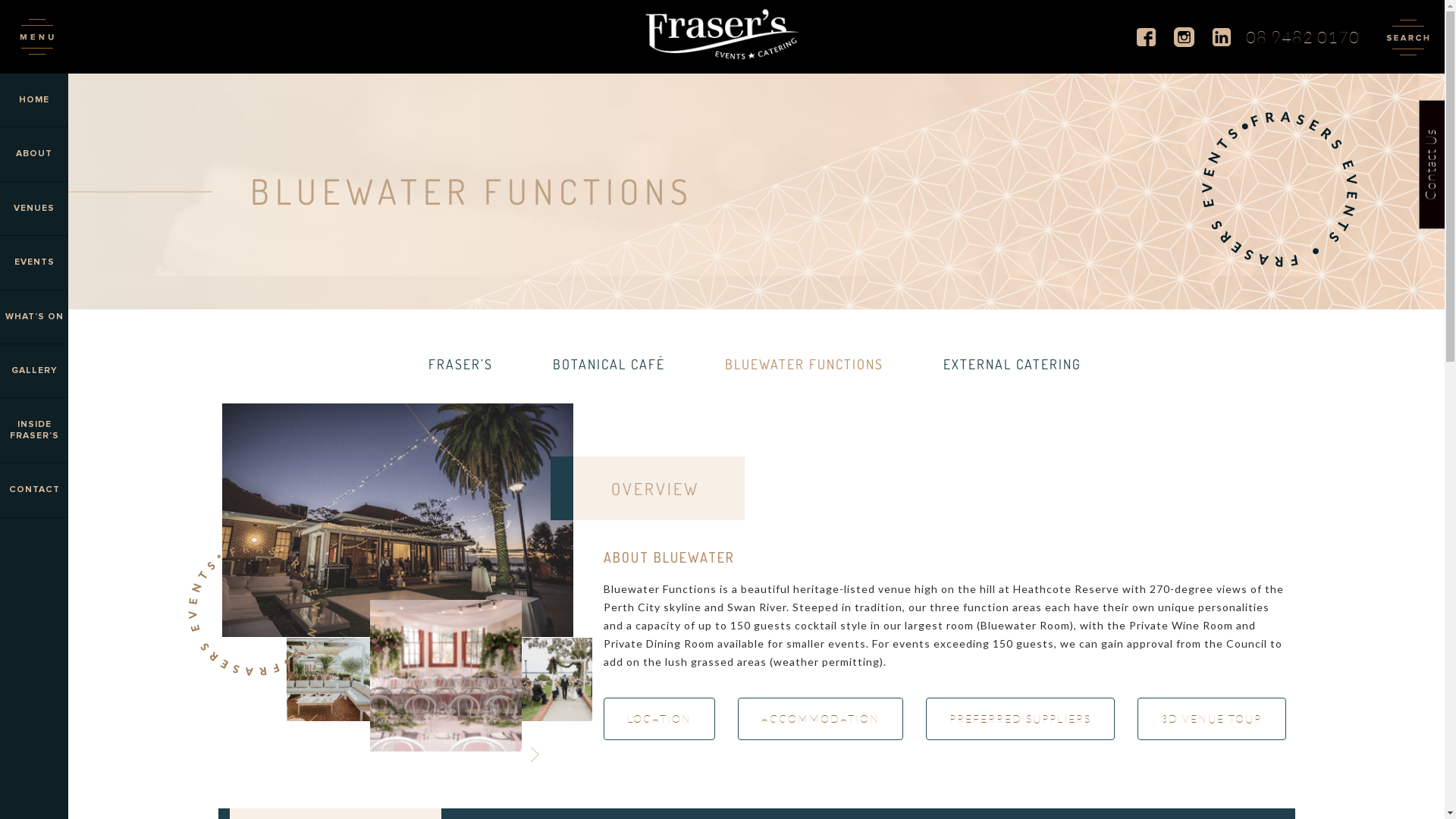  Describe the element at coordinates (33, 262) in the screenshot. I see `'EVENTS'` at that location.